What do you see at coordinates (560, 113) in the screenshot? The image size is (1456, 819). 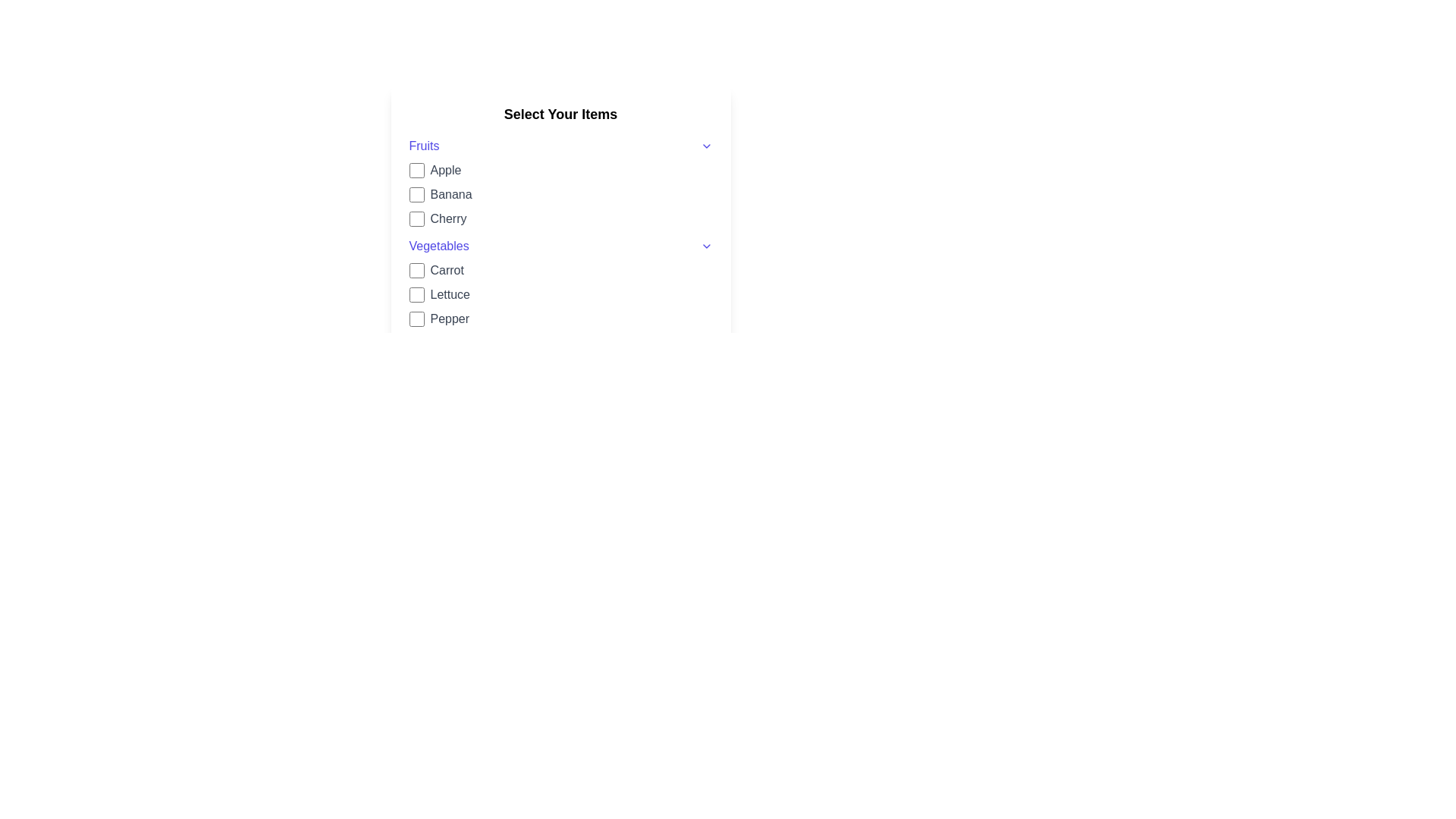 I see `text from the header label that displays 'Select Your Items', which is prominently placed at the top of the form-like interface` at bounding box center [560, 113].